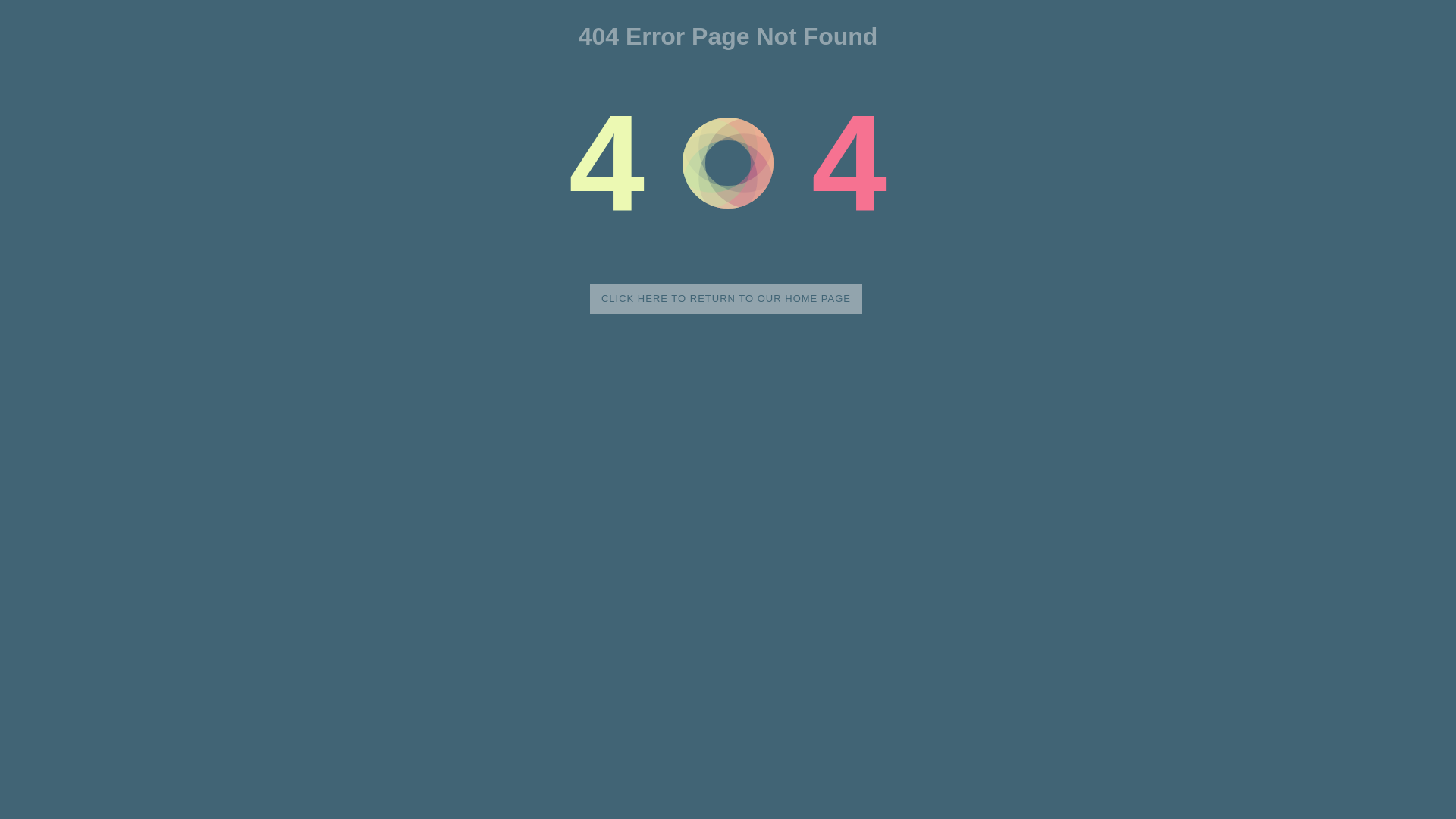  I want to click on 'CLICK HERE TO RETURN TO OUR HOME PAGE', so click(725, 298).